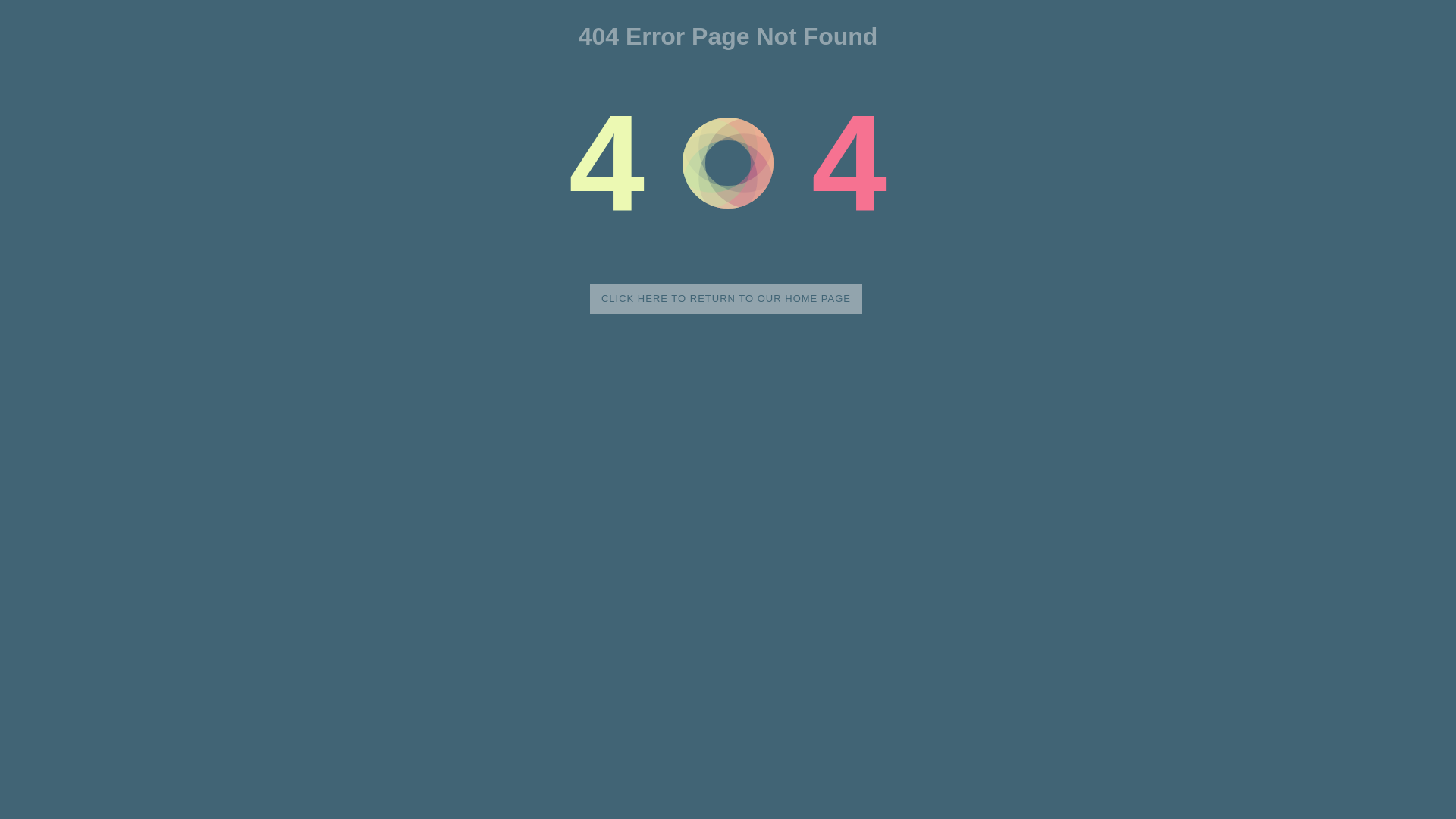  I want to click on 'CLICK HERE TO RETURN TO OUR HOME PAGE', so click(725, 298).